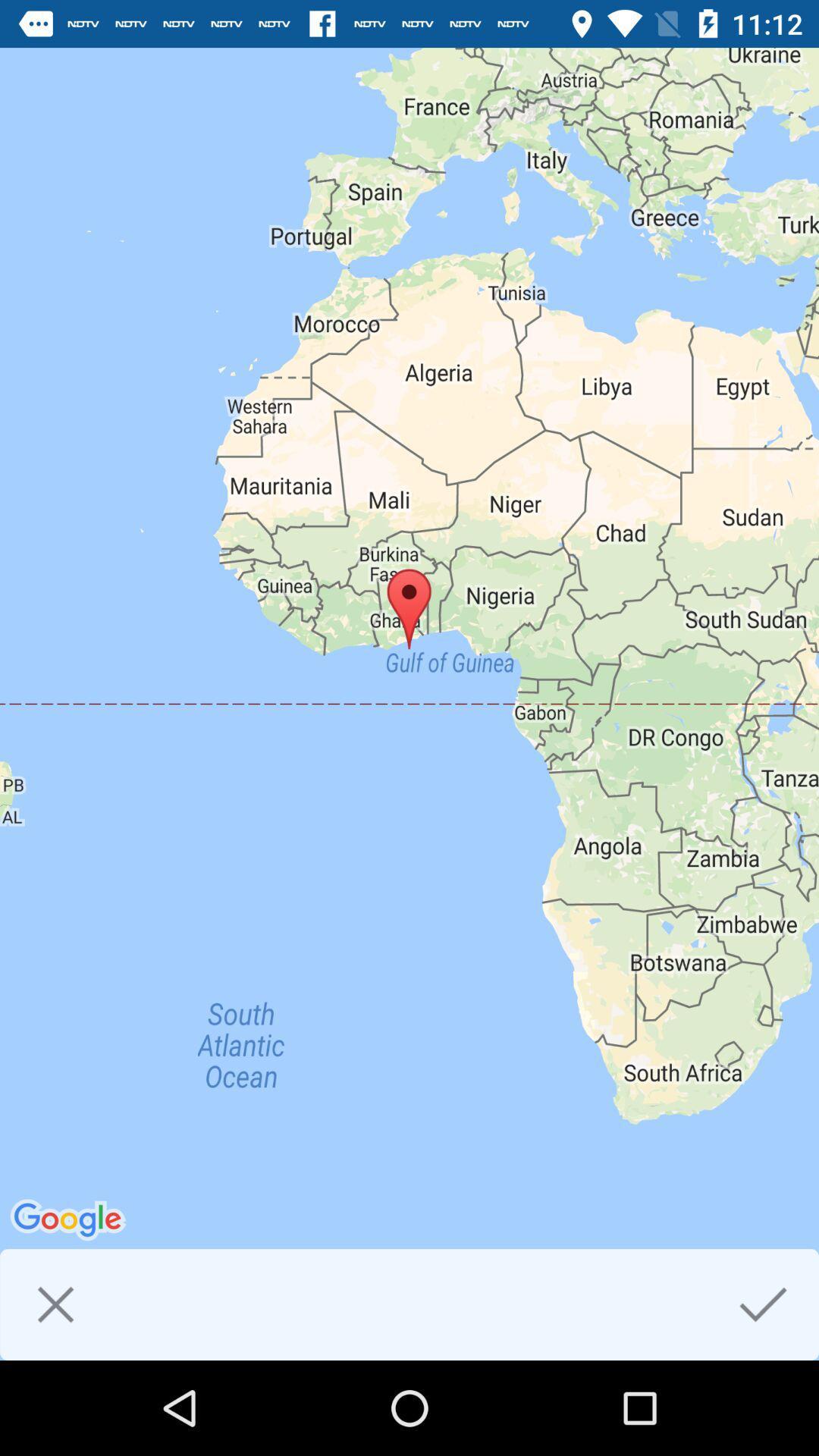  I want to click on the close icon, so click(55, 1304).